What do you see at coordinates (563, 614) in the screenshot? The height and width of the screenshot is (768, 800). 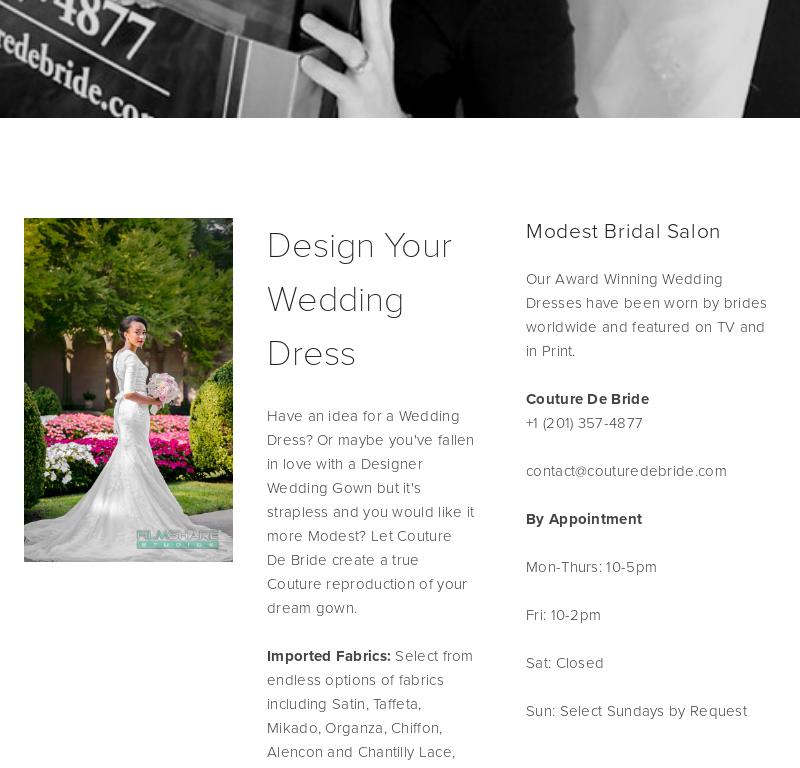 I see `'Fri: 10-2pm'` at bounding box center [563, 614].